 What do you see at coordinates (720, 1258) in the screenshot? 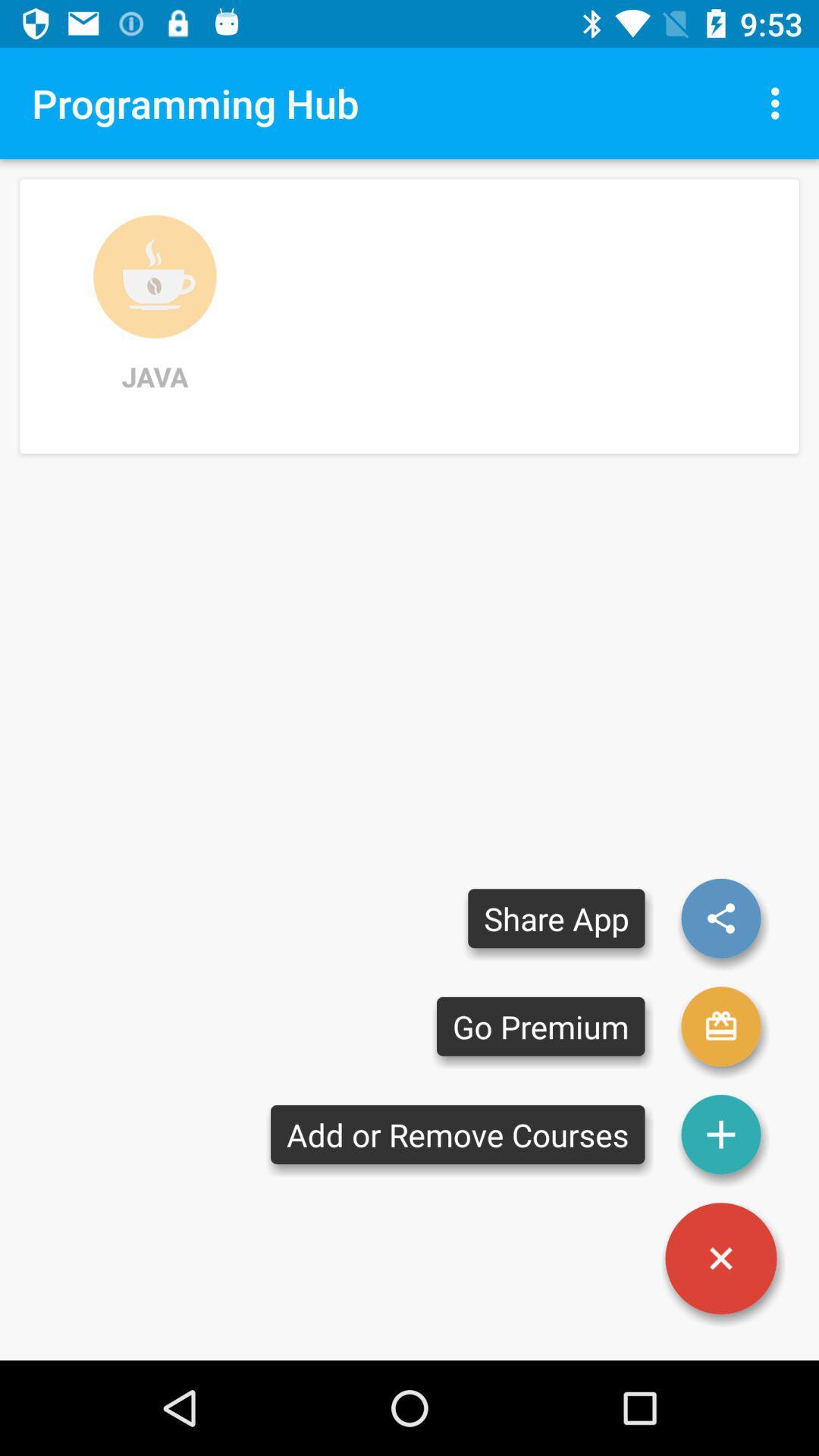
I see `button` at bounding box center [720, 1258].